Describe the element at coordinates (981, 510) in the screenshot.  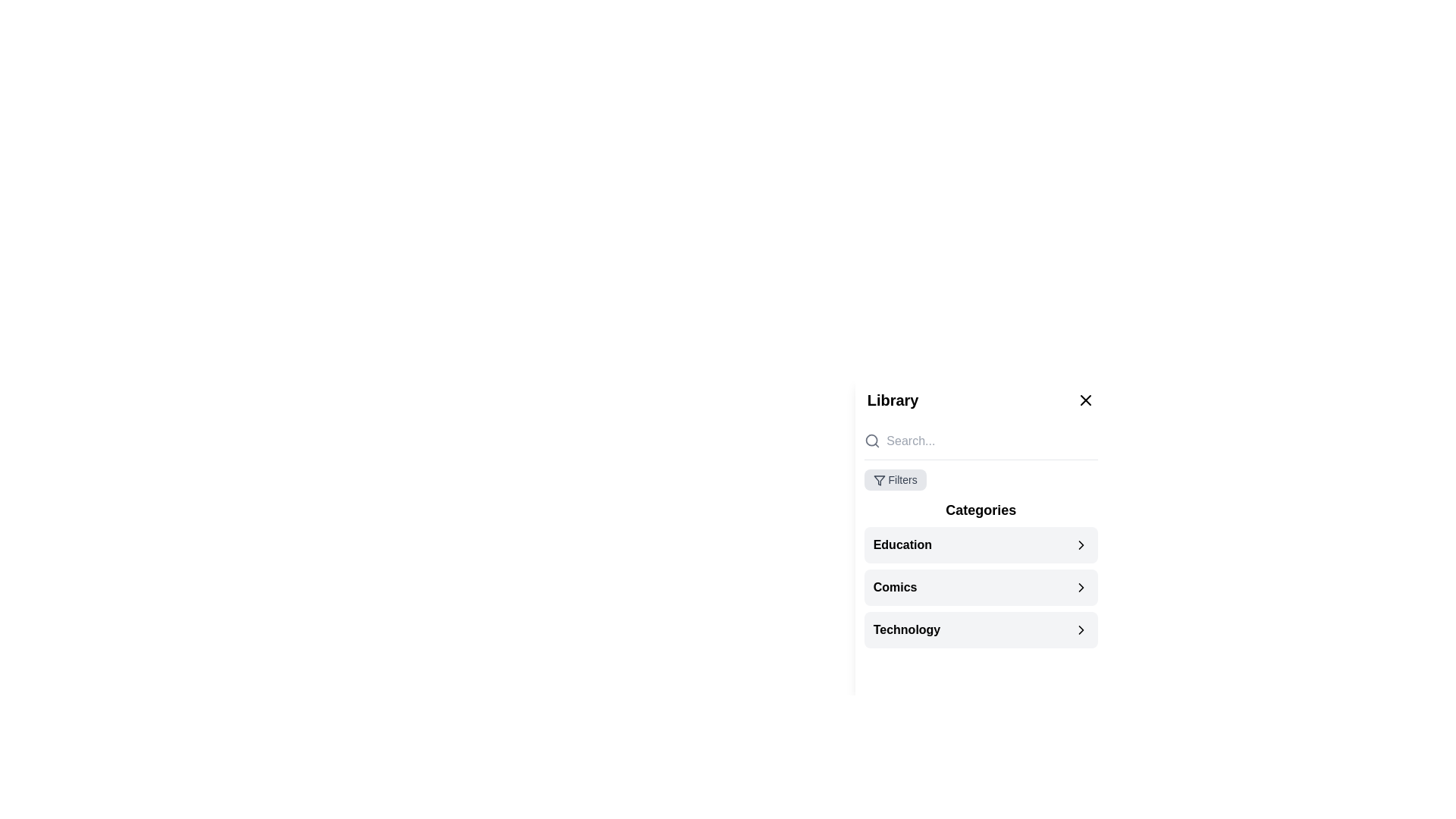
I see `the non-interactive title text label located in the sidebar panel, which categorizes the list items 'Education', 'Comics', and 'Technology'` at that location.